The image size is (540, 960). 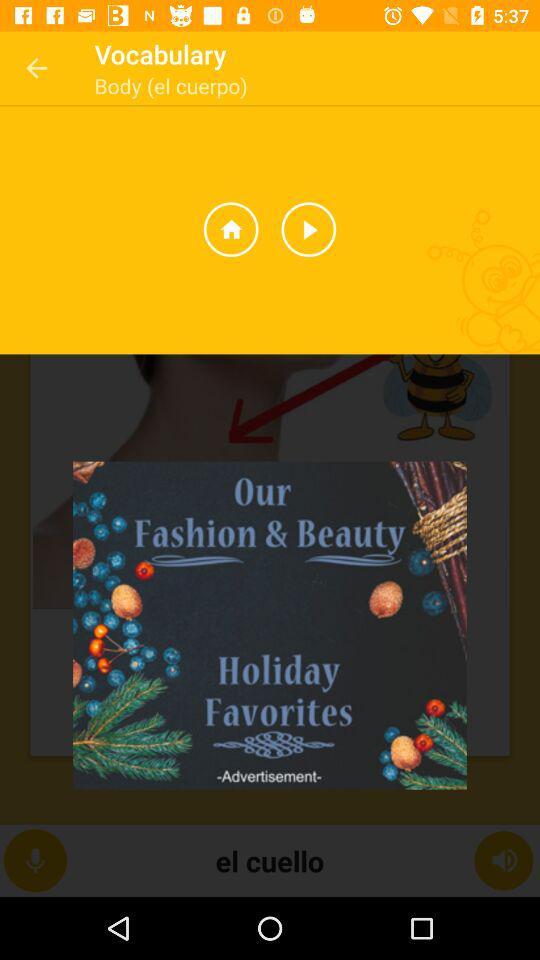 I want to click on the microphone icon, so click(x=35, y=859).